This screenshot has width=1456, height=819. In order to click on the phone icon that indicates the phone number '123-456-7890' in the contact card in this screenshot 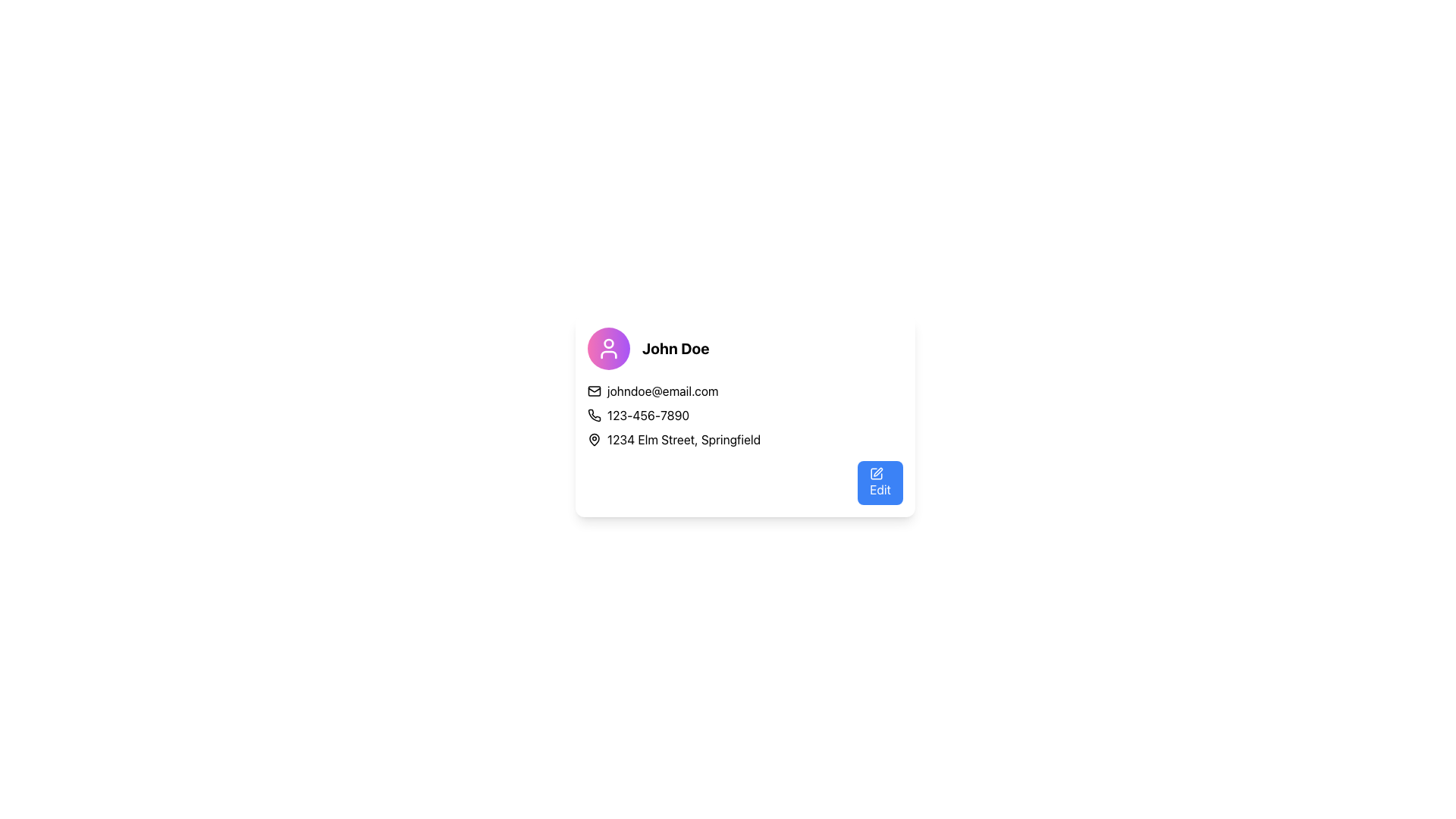, I will do `click(593, 415)`.